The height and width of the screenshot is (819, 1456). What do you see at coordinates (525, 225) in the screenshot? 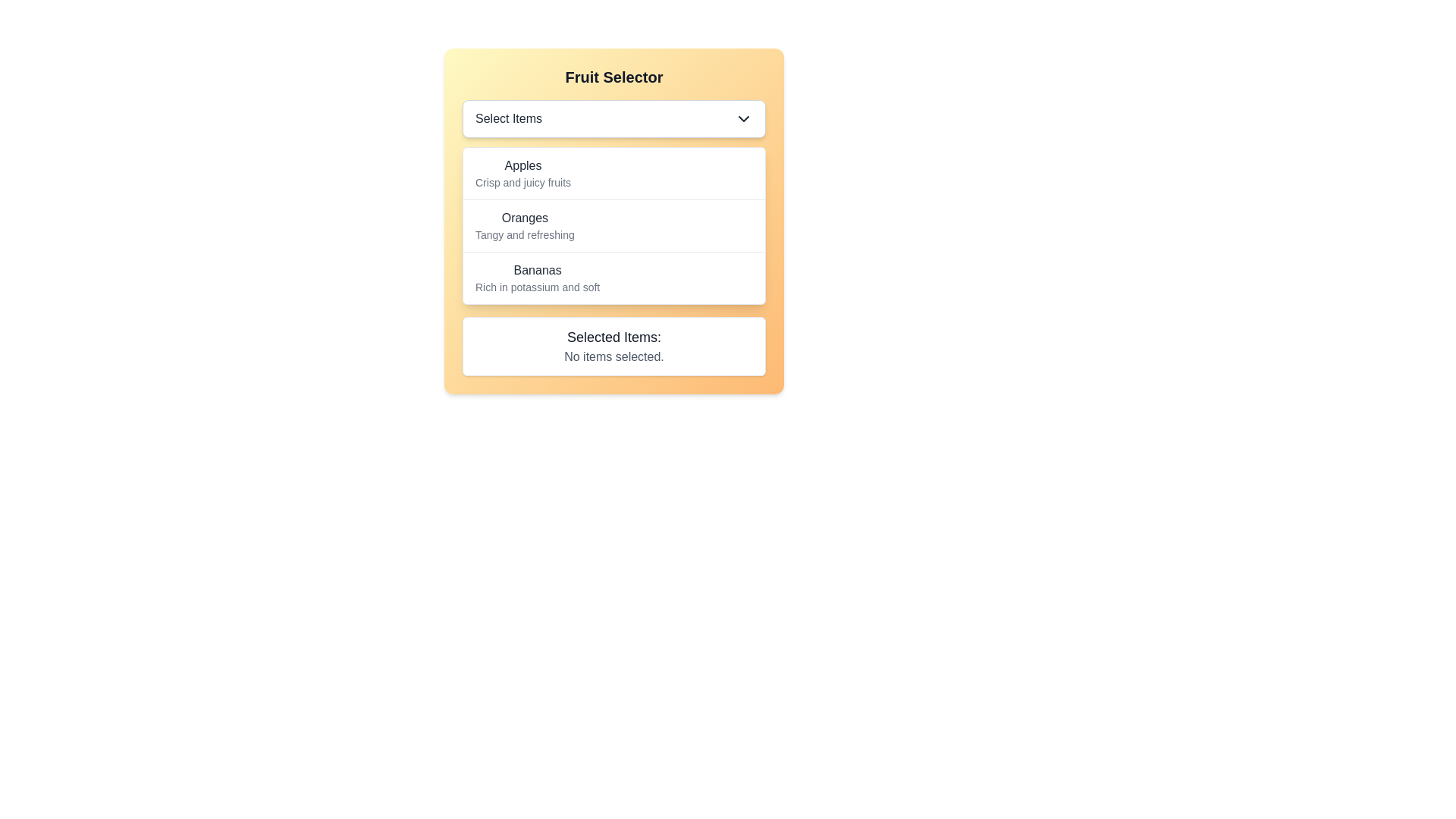
I see `the second option in the 'Fruit Selector' dropdown menu, which represents oranges` at bounding box center [525, 225].